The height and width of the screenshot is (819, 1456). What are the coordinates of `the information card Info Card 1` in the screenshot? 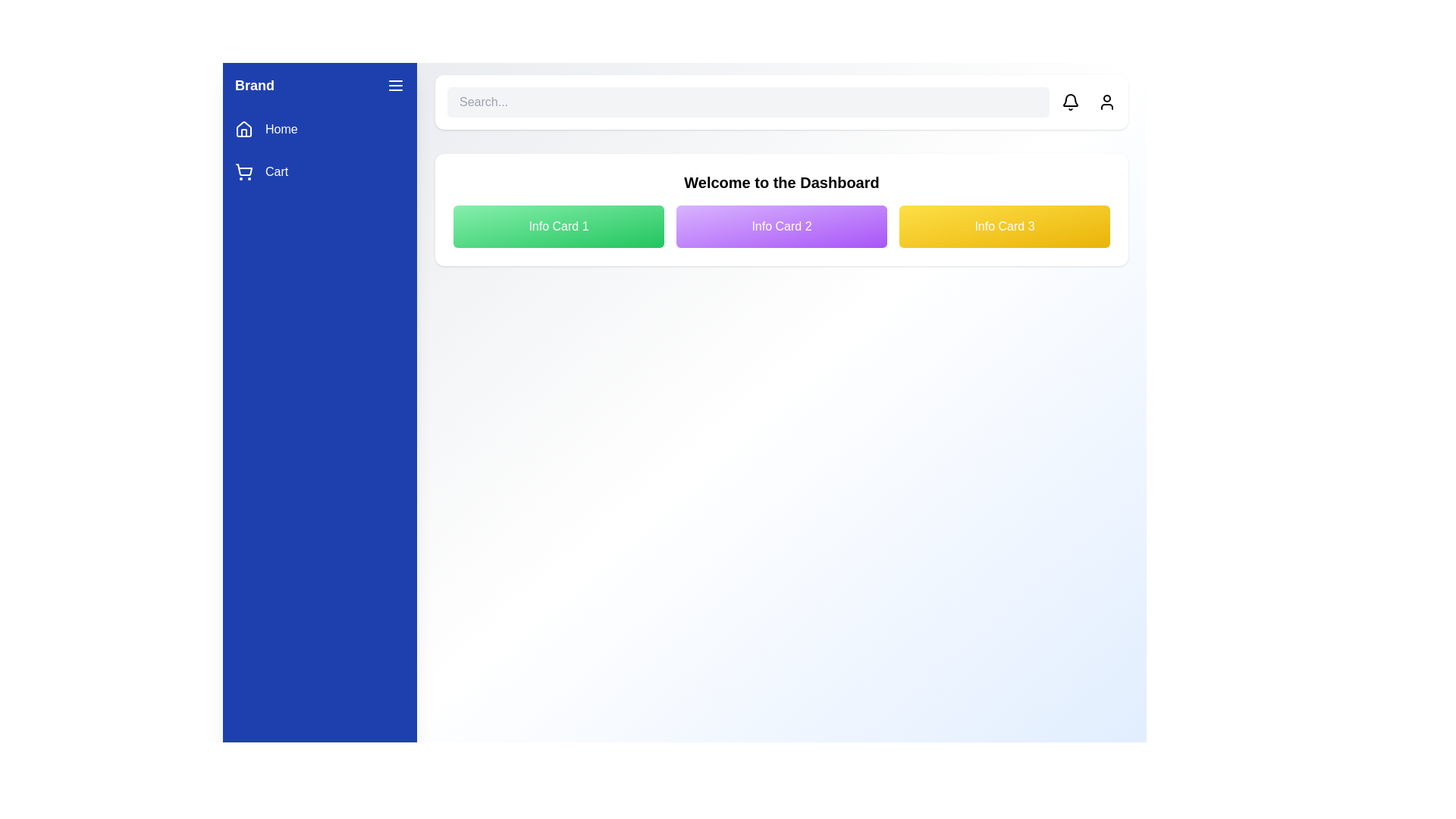 It's located at (558, 227).